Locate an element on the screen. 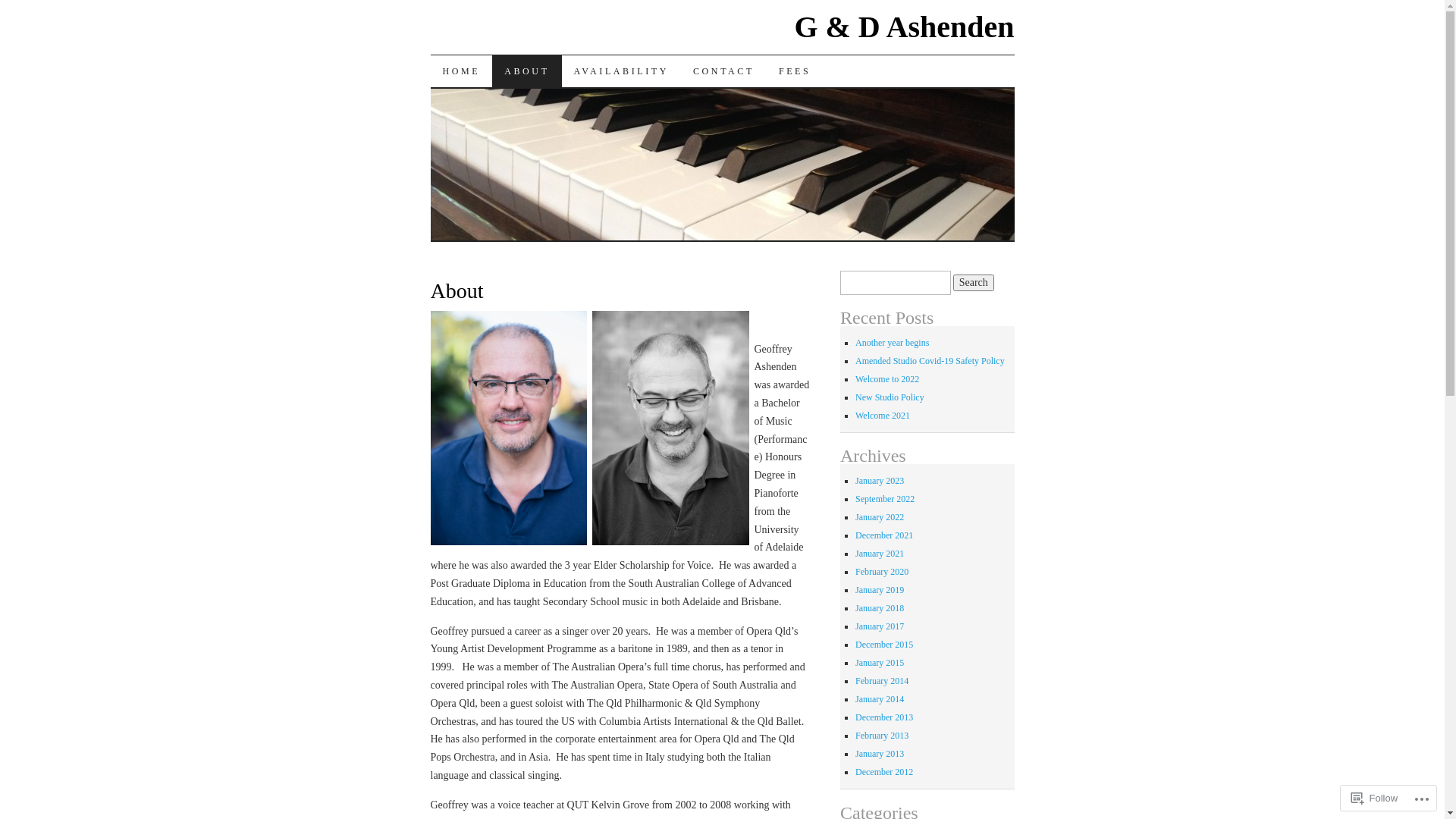 The width and height of the screenshot is (1456, 819). 'AVAILABILITY' is located at coordinates (621, 71).